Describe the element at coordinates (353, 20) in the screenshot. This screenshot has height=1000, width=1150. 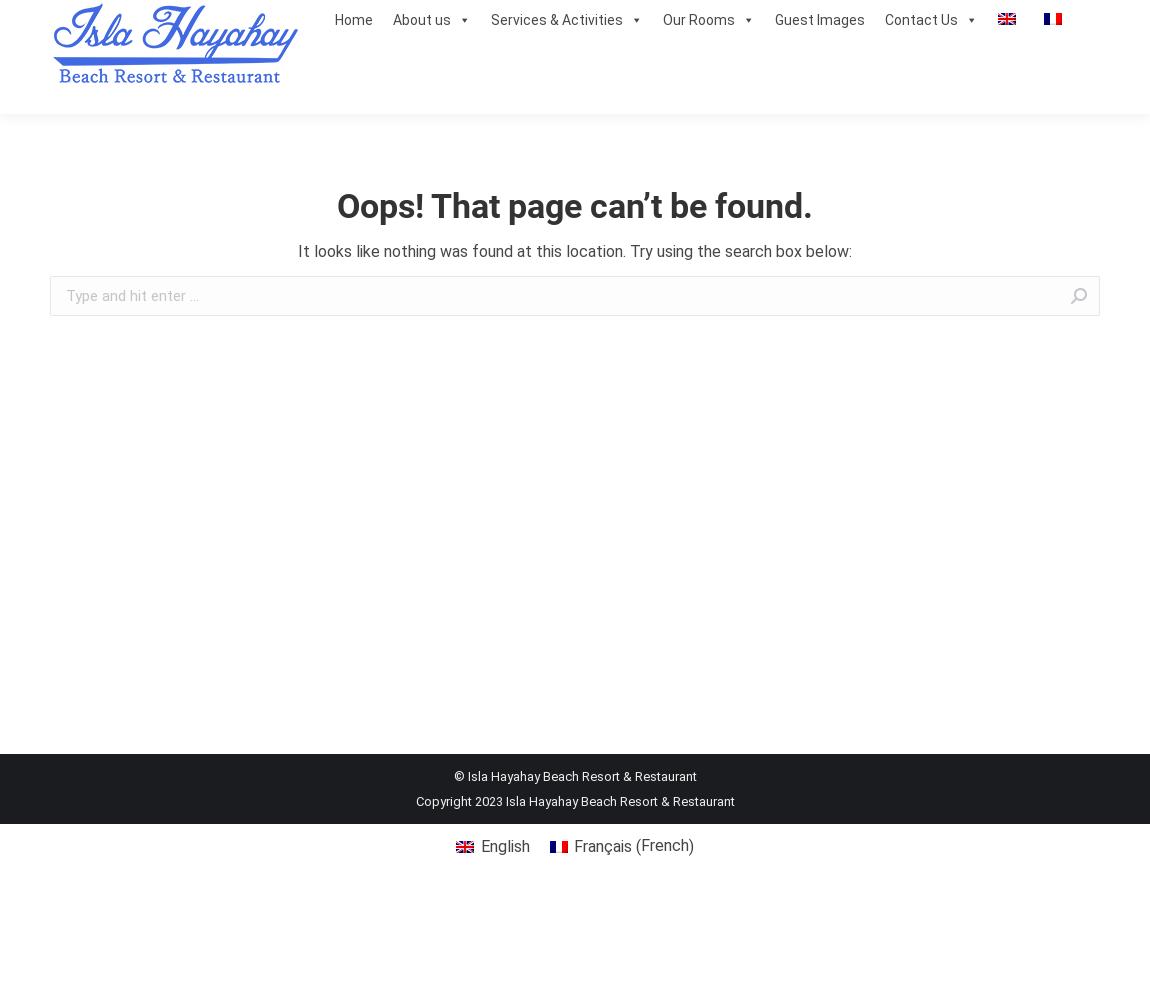
I see `'Home'` at that location.